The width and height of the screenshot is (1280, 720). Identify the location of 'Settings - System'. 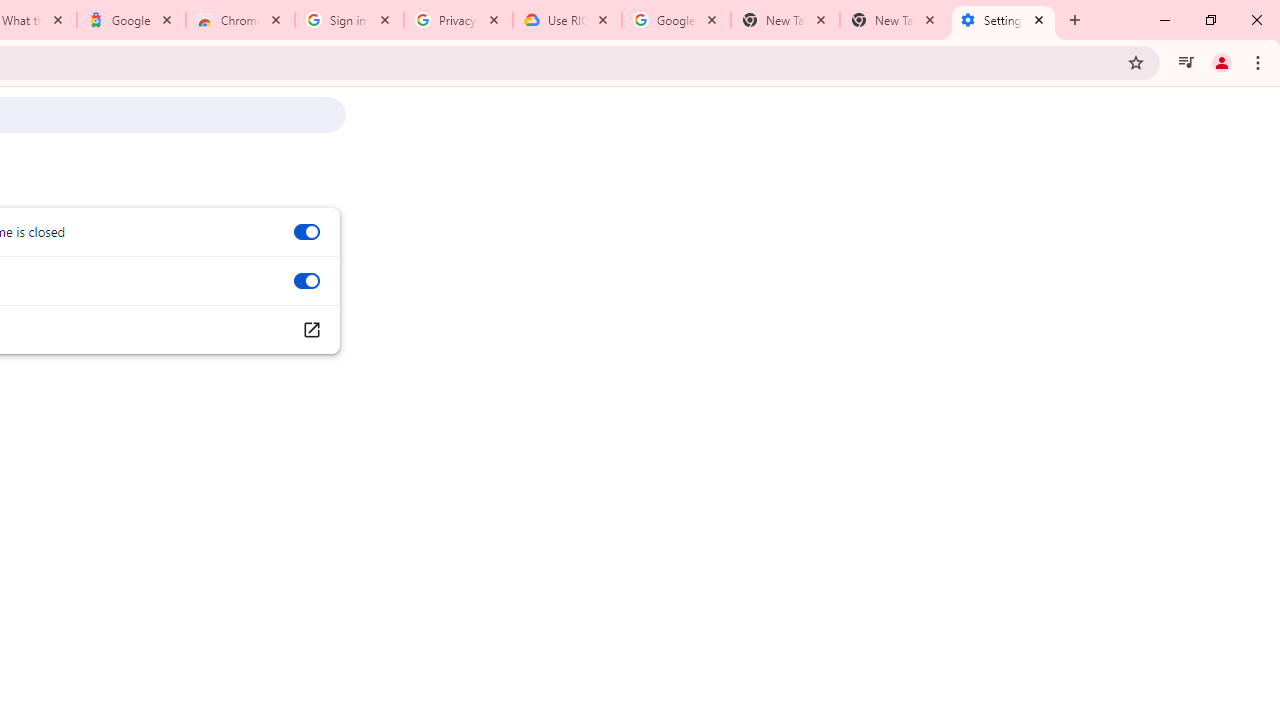
(1003, 20).